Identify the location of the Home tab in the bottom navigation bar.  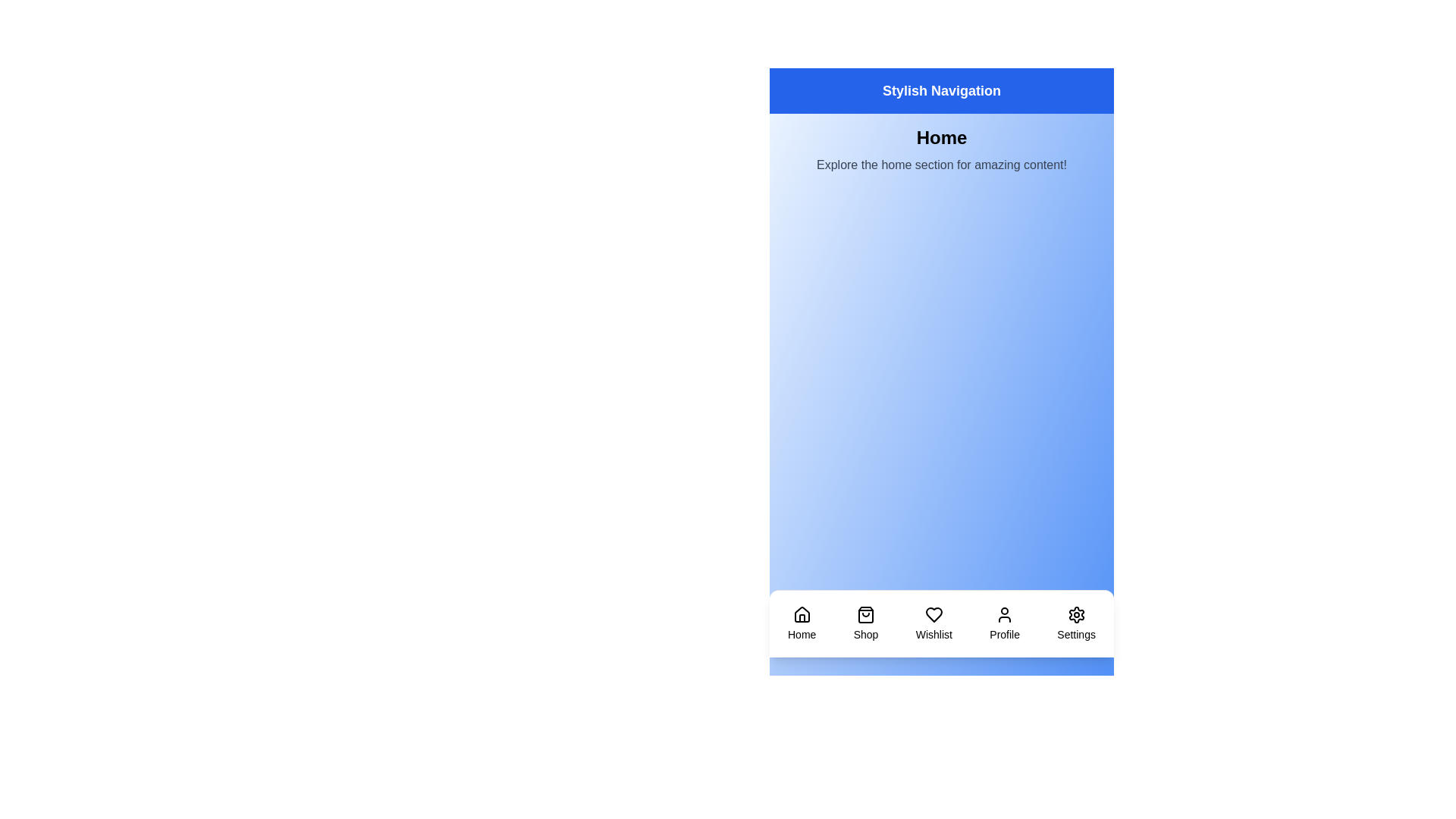
(800, 623).